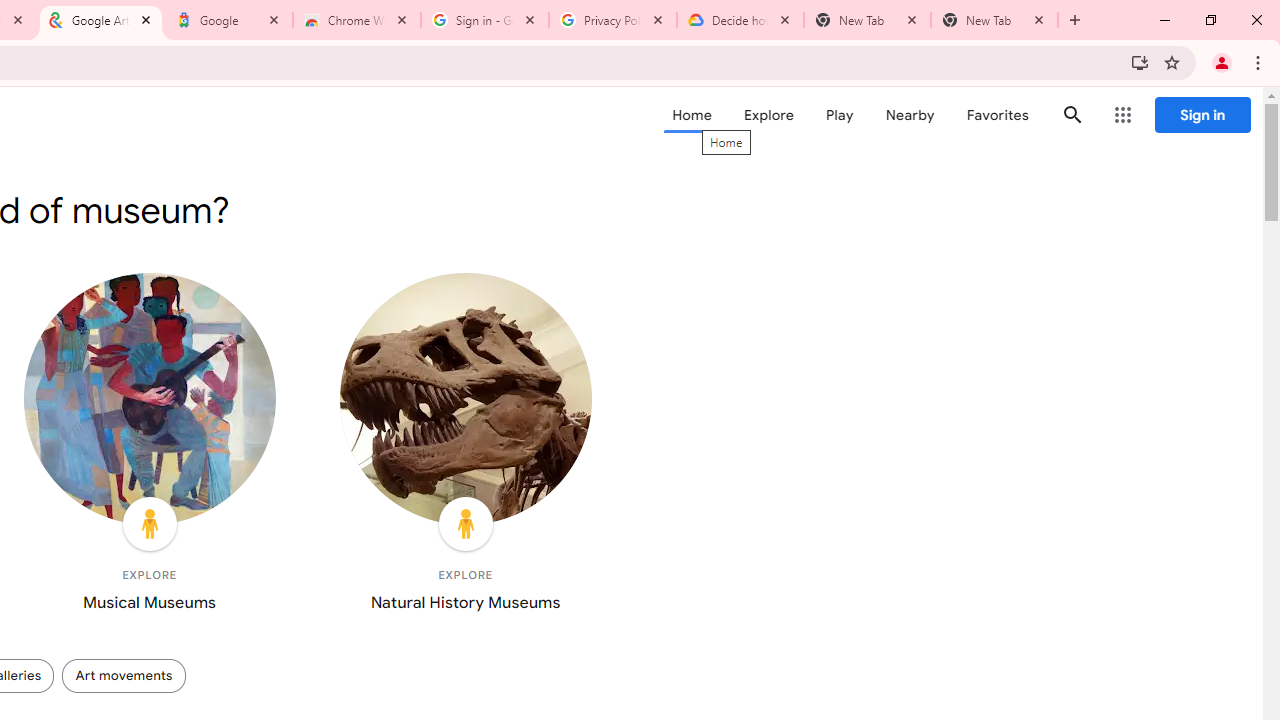  What do you see at coordinates (100, 20) in the screenshot?
I see `'Google Arts & Culture'` at bounding box center [100, 20].